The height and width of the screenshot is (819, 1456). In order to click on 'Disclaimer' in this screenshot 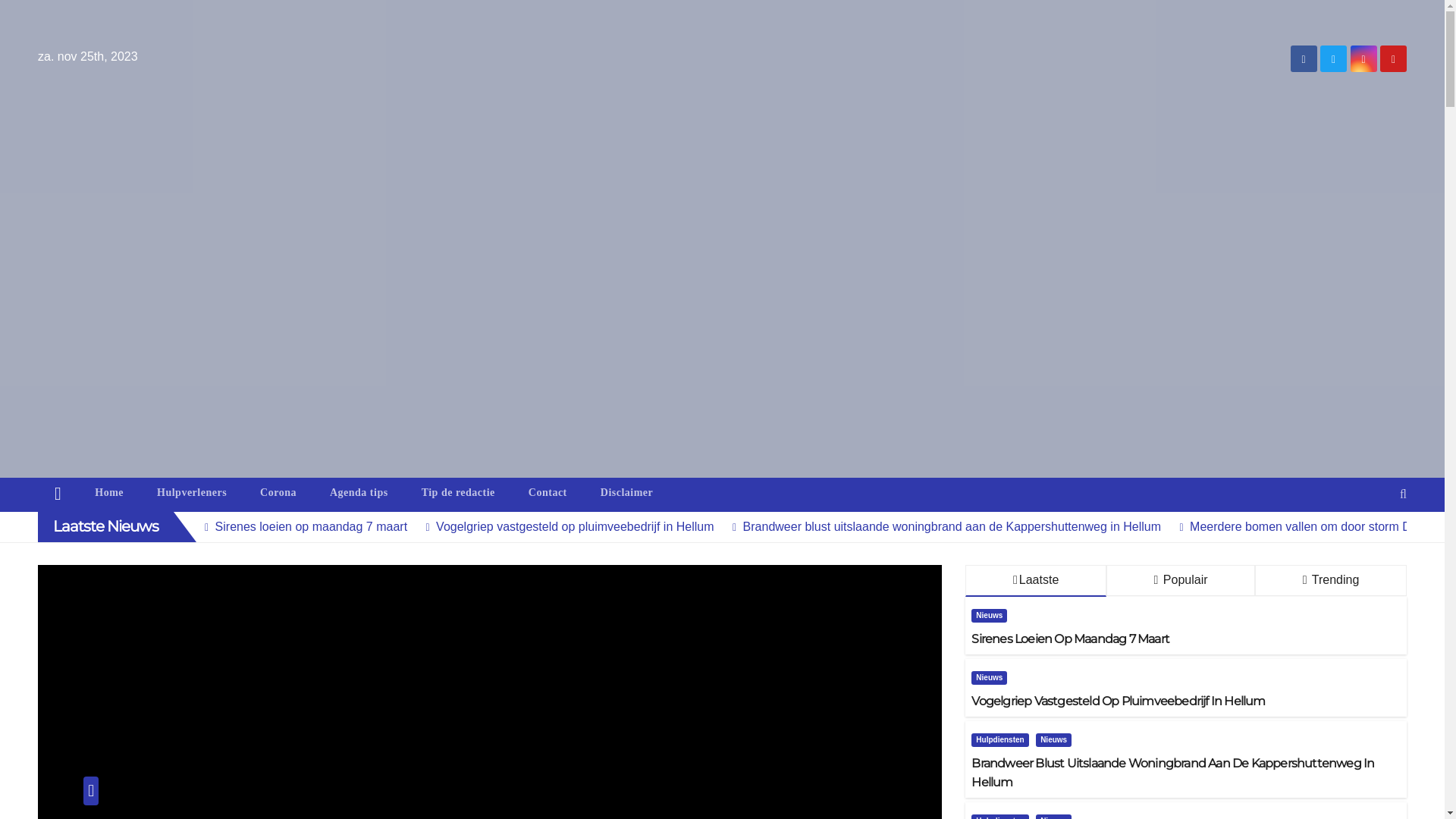, I will do `click(626, 493)`.